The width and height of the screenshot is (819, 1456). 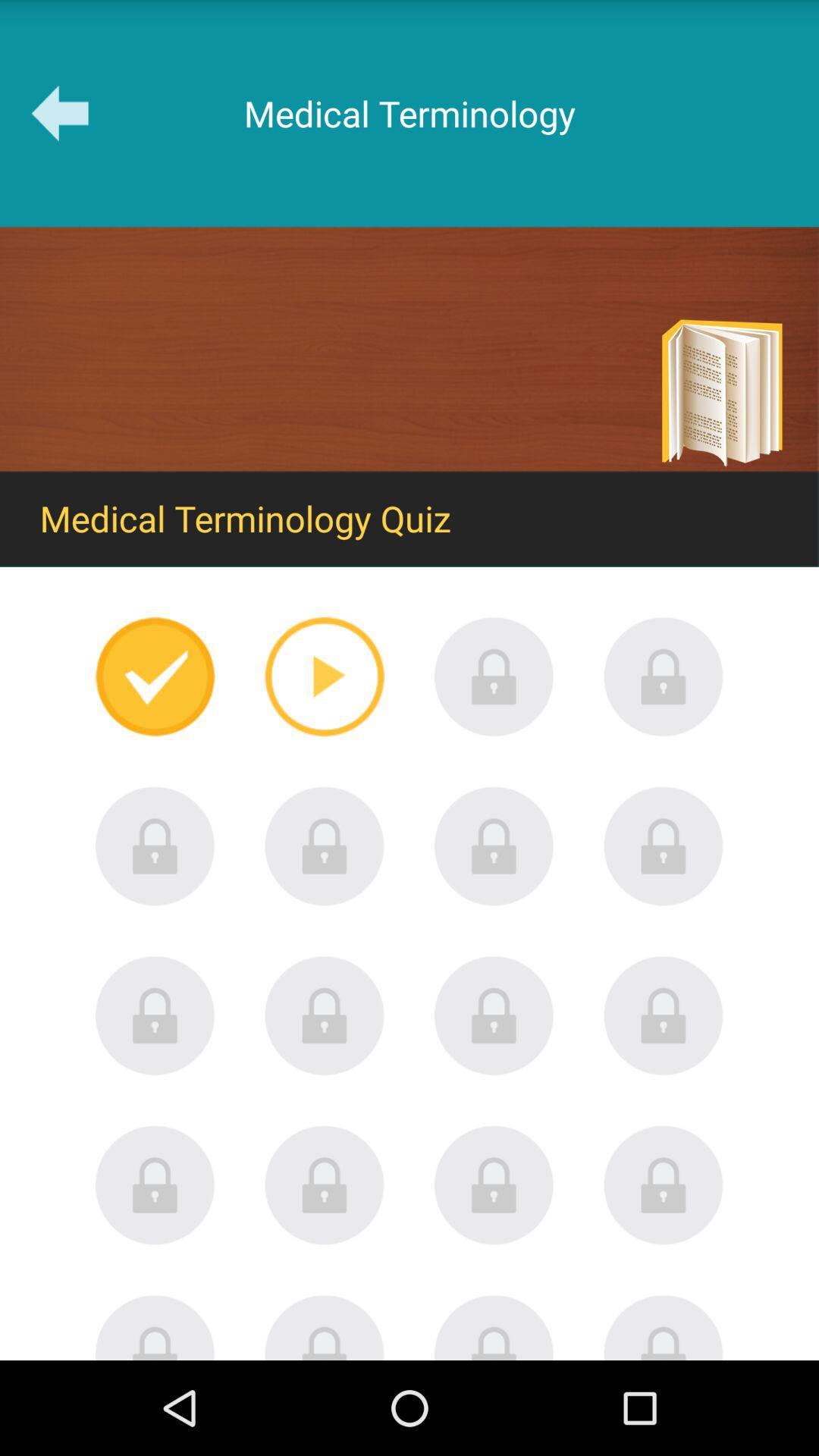 I want to click on right arrow play button, so click(x=324, y=676).